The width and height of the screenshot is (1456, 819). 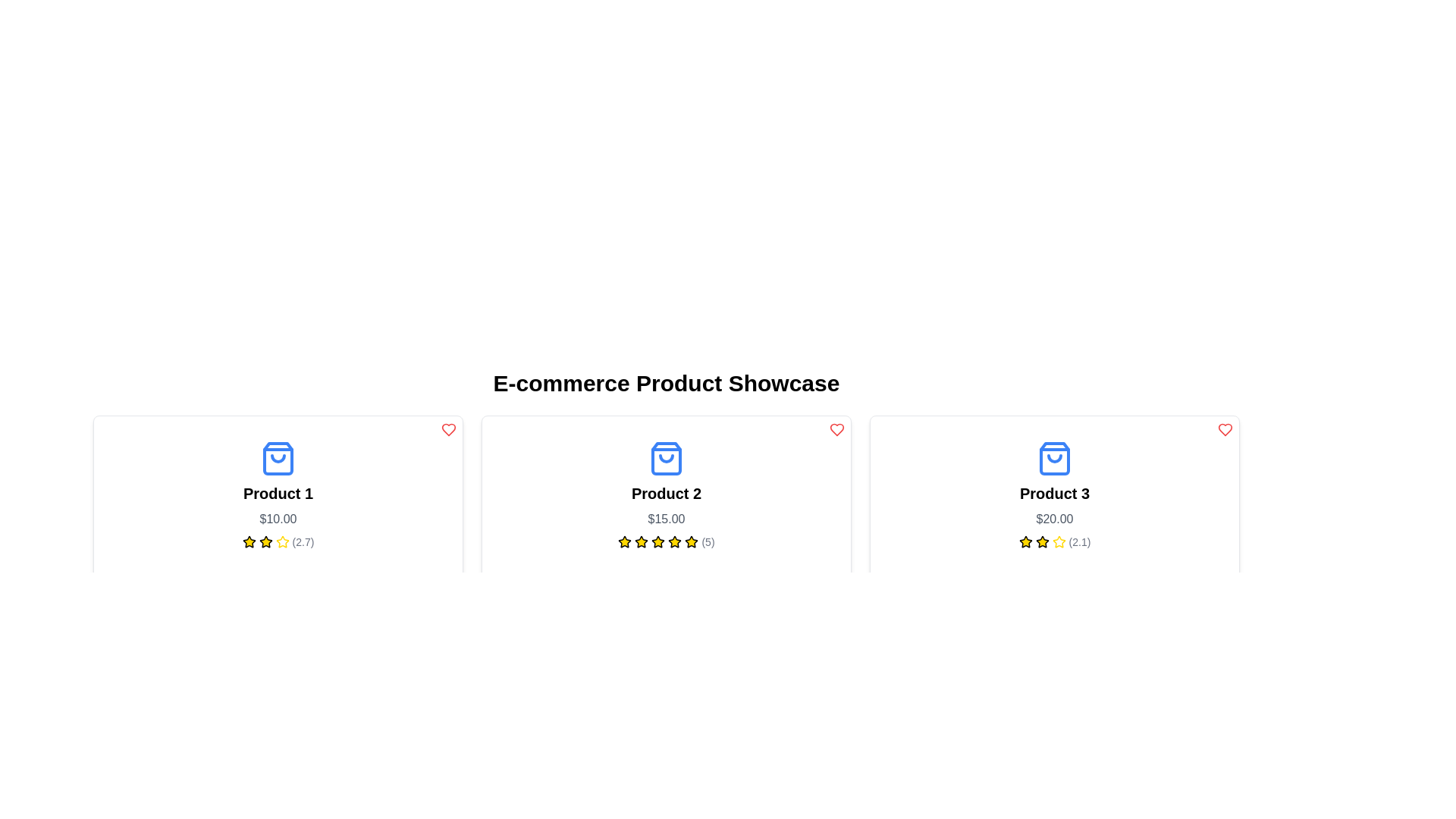 I want to click on the blue shopping bag icon located centrally at the top of the card for Product 2, positioned above the product name text, so click(x=666, y=458).